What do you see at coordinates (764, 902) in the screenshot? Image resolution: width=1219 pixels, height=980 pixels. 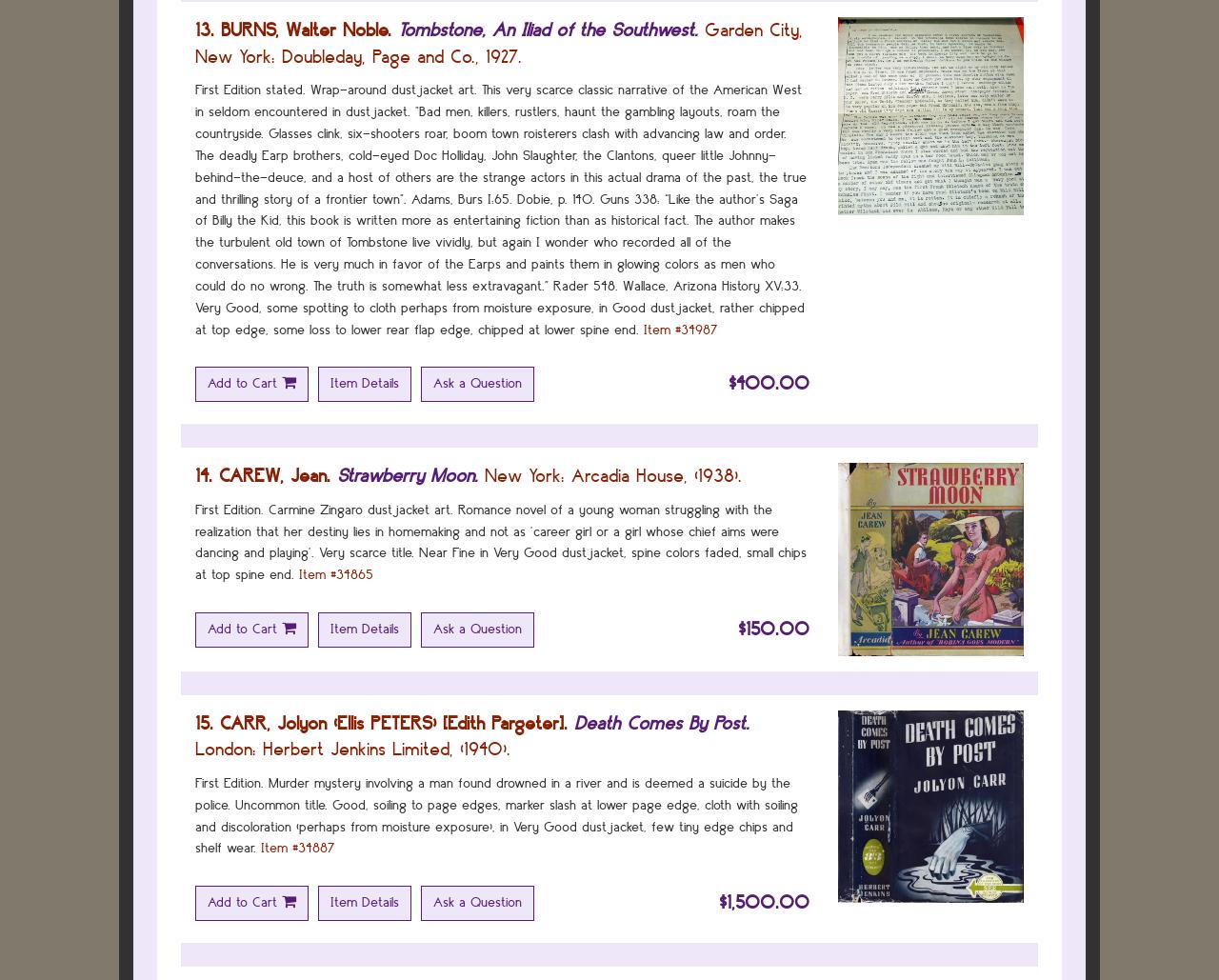 I see `'$1,500.00'` at bounding box center [764, 902].